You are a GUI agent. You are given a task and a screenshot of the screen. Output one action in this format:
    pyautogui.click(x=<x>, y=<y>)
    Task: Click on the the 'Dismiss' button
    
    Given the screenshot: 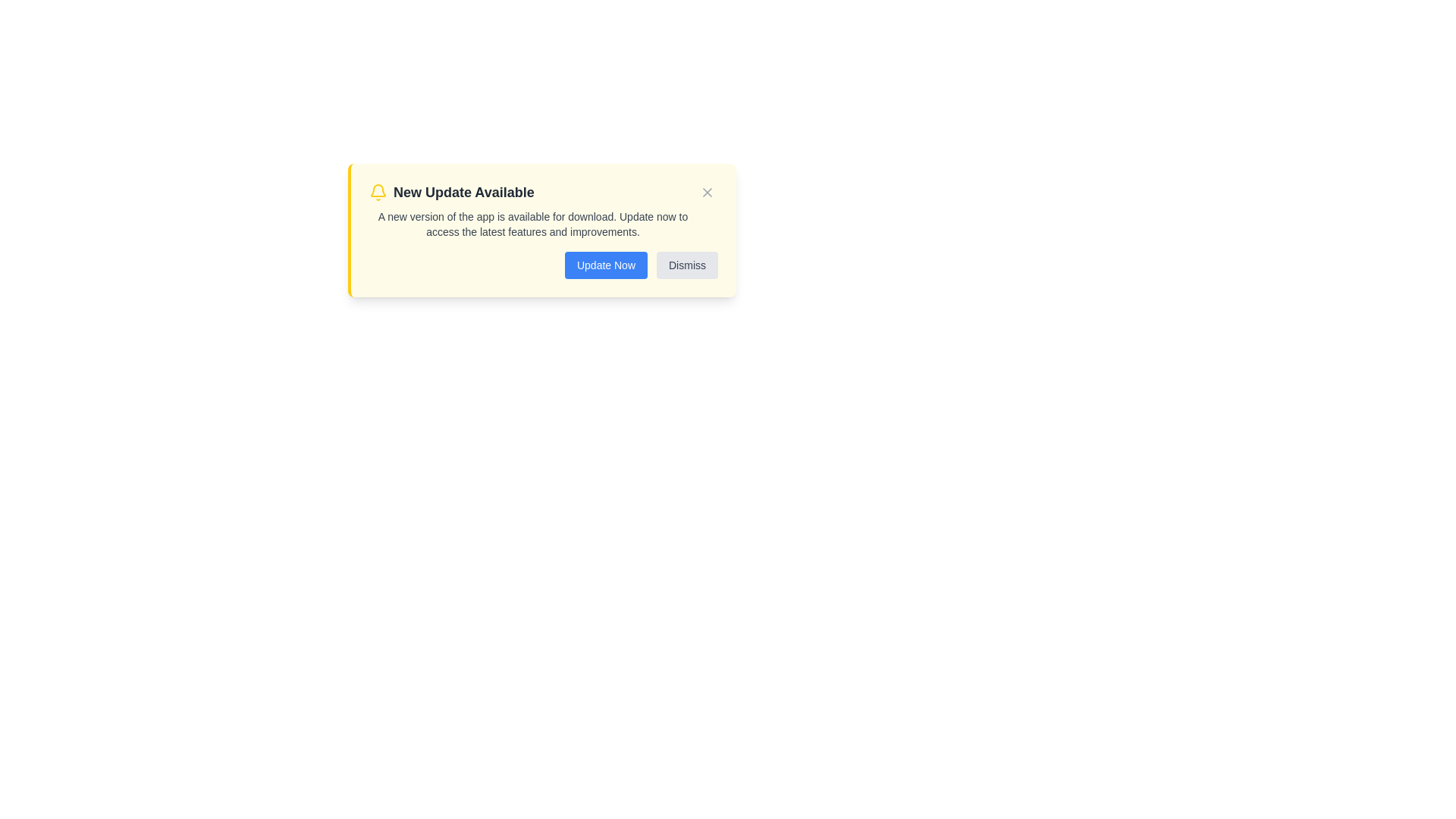 What is the action you would take?
    pyautogui.click(x=686, y=265)
    